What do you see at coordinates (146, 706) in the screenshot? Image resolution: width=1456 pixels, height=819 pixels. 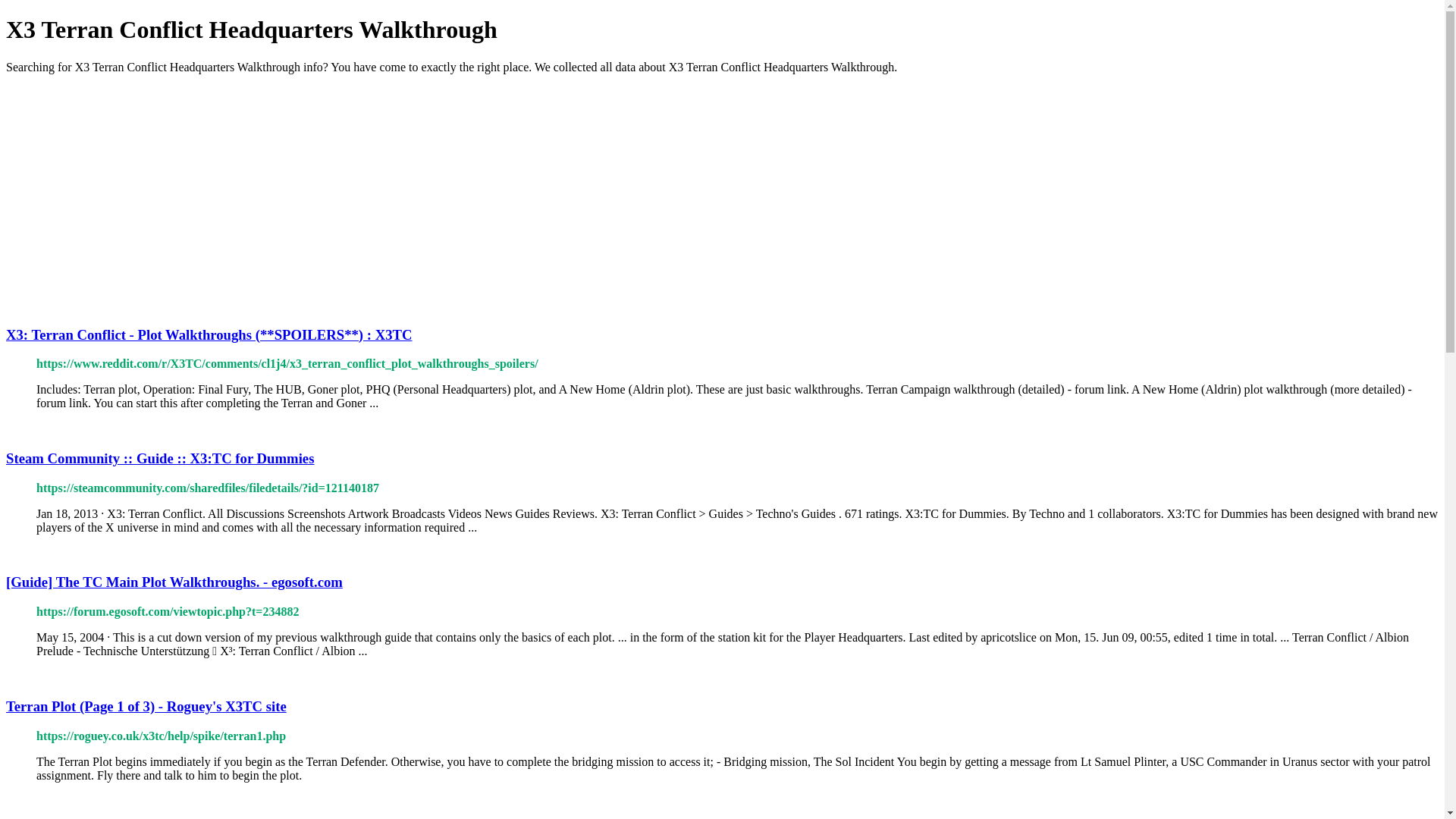 I see `'Terran Plot (Page 1 of 3) - Roguey's X3TC site'` at bounding box center [146, 706].